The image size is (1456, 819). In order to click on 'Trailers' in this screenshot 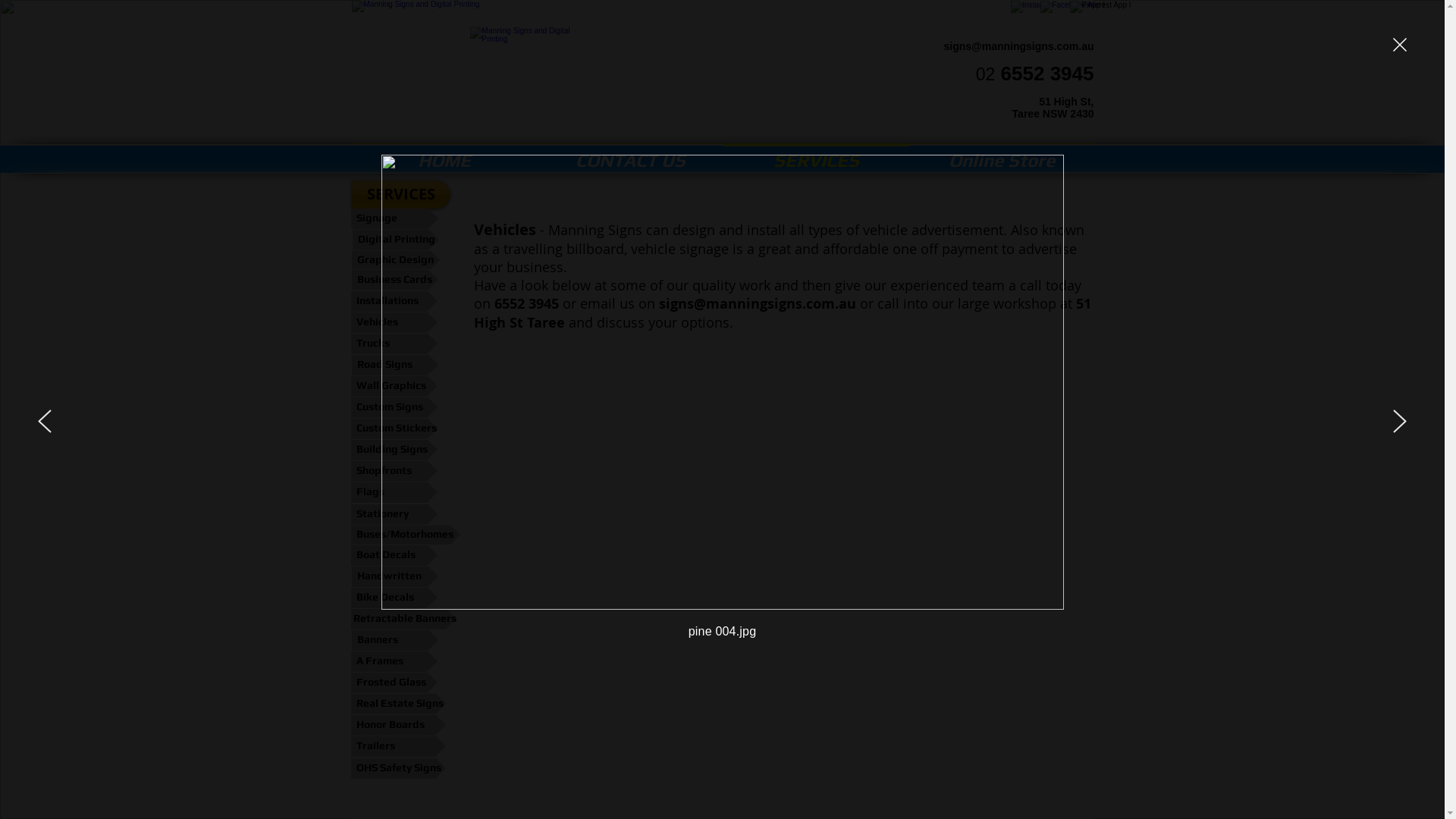, I will do `click(397, 745)`.